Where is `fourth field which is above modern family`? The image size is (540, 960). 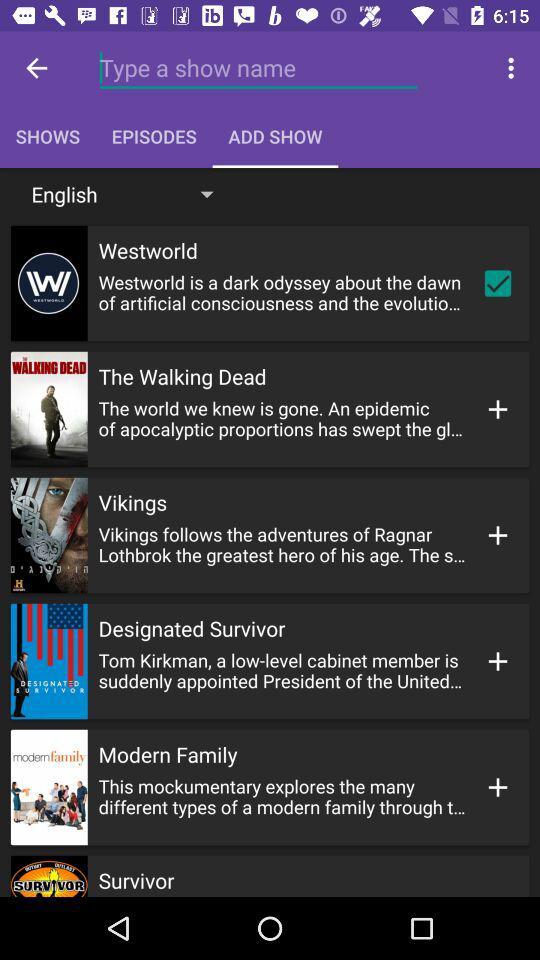 fourth field which is above modern family is located at coordinates (270, 661).